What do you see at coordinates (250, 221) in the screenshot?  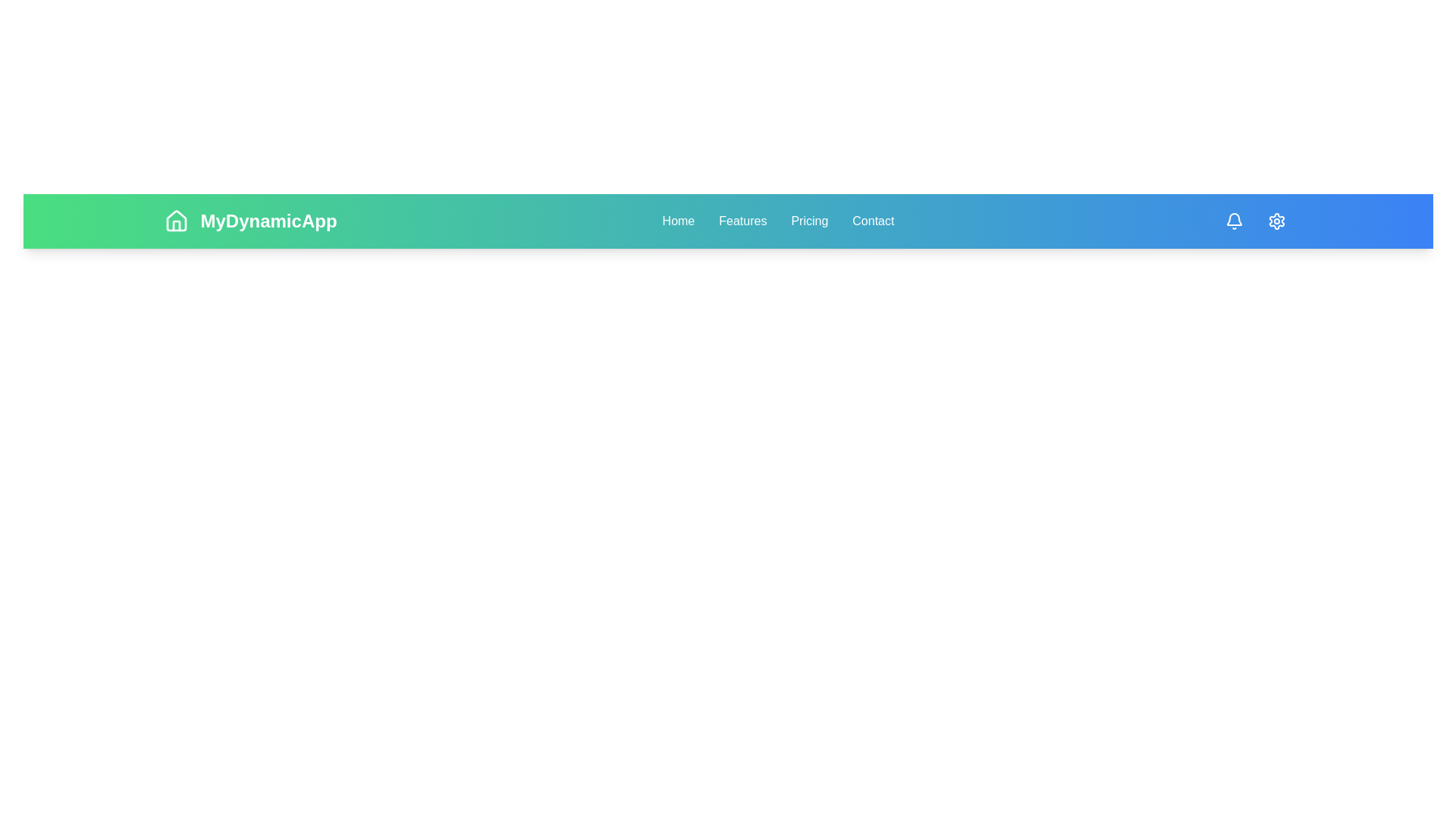 I see `the text 'MyDynamicApp' to highlight it` at bounding box center [250, 221].